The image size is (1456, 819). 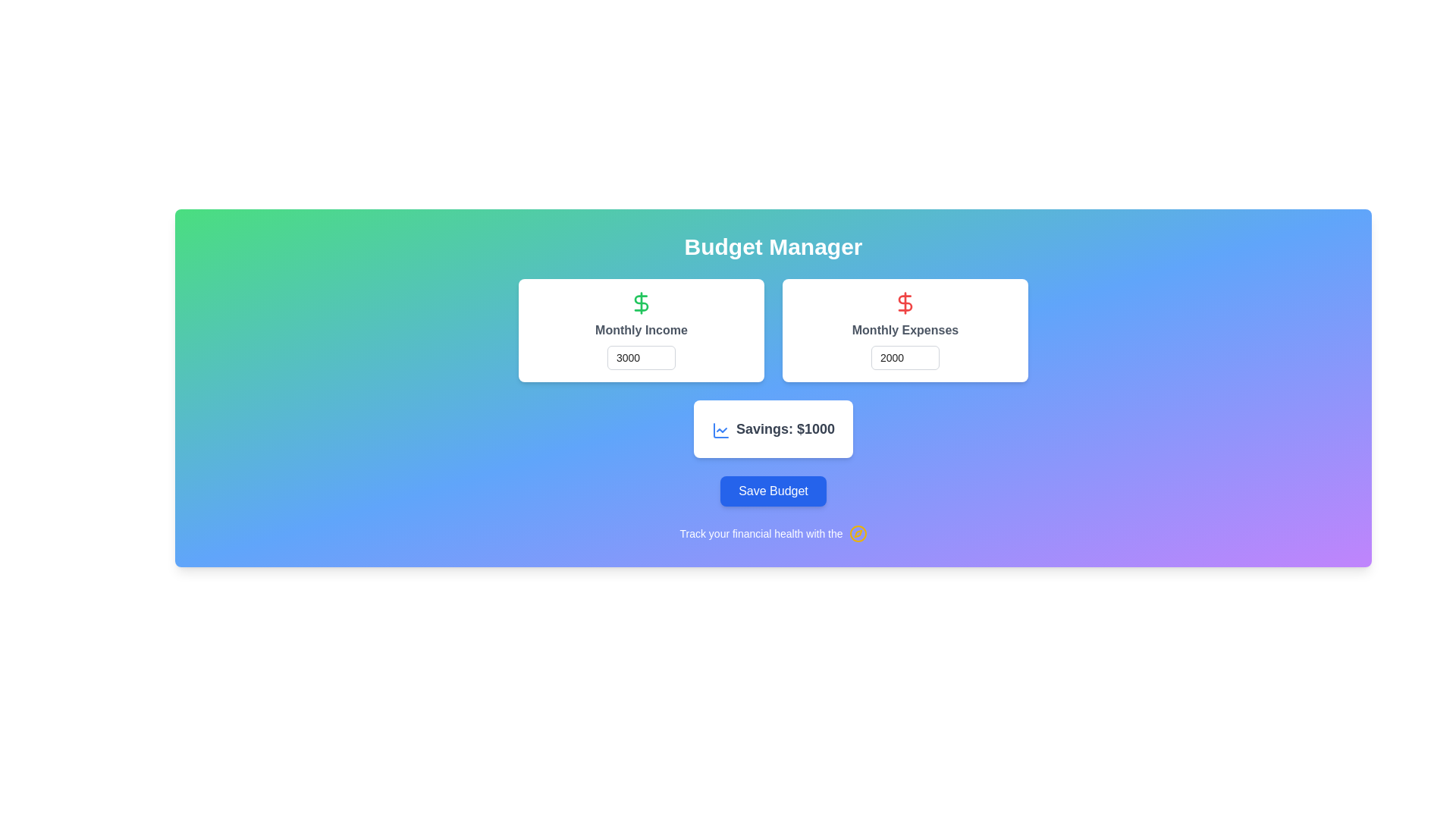 What do you see at coordinates (761, 533) in the screenshot?
I see `the text label element located at the bottom center of the interface, just below the 'Save Budget' button` at bounding box center [761, 533].